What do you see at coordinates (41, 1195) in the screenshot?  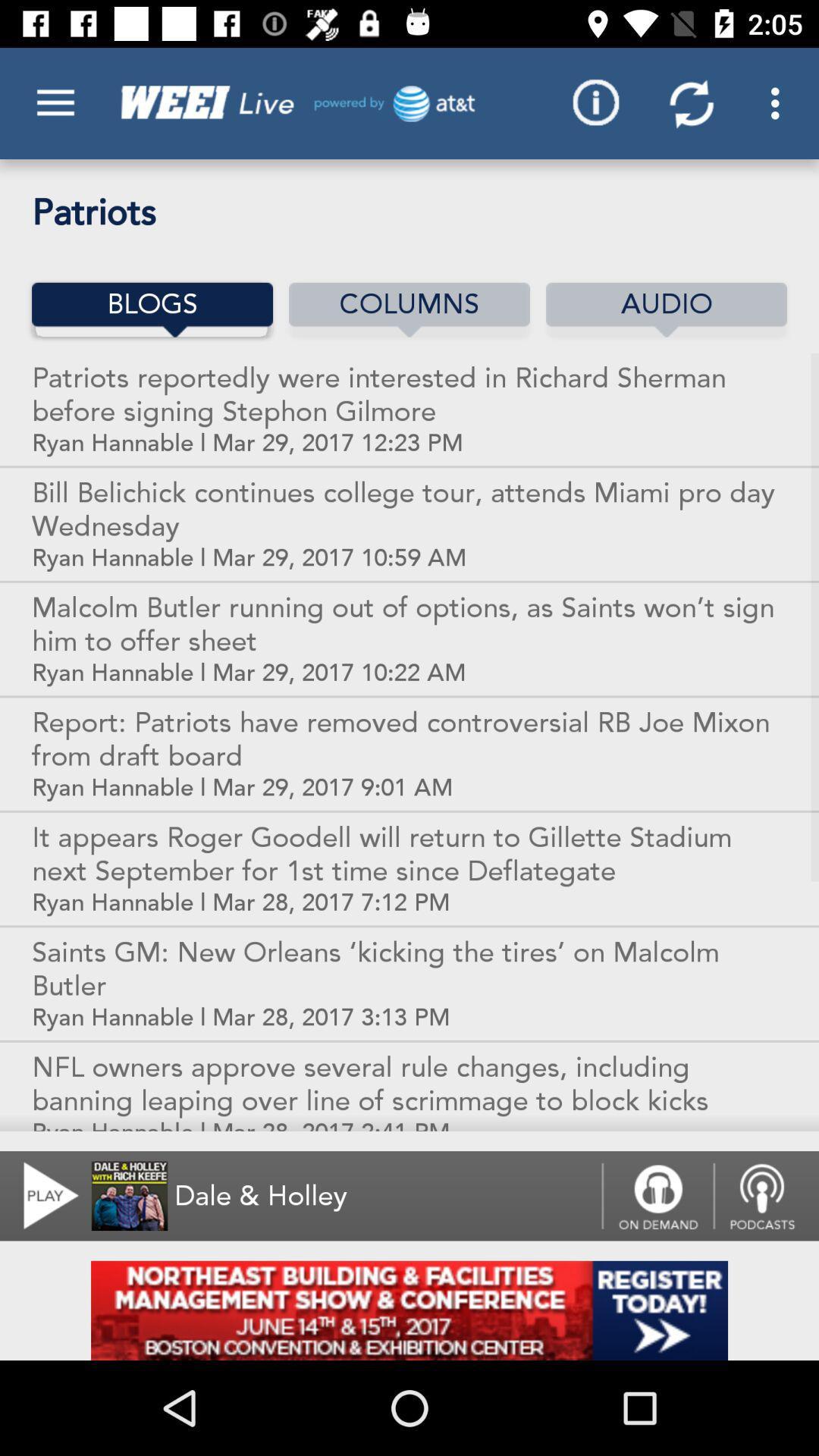 I see `the play icon` at bounding box center [41, 1195].